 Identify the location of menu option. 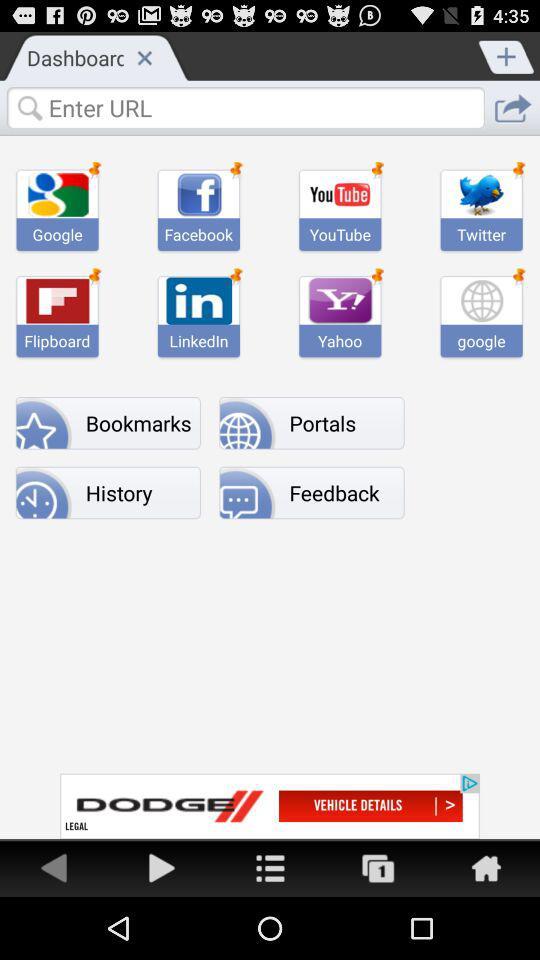
(270, 866).